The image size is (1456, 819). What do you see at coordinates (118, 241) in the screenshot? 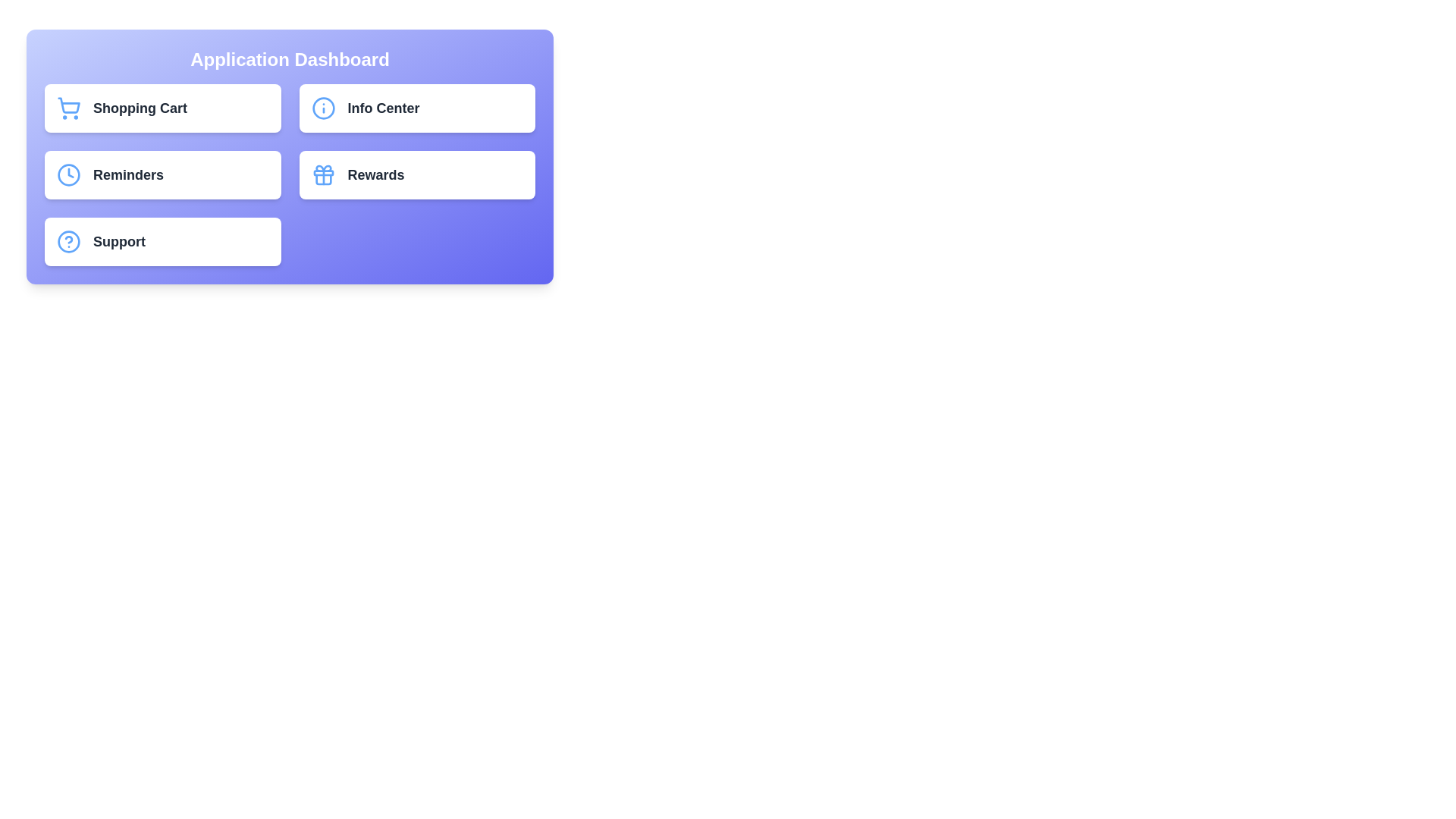
I see `the 'Support' text label located in the bottom-left card of the grid layout, which provides contextual information about the card` at bounding box center [118, 241].